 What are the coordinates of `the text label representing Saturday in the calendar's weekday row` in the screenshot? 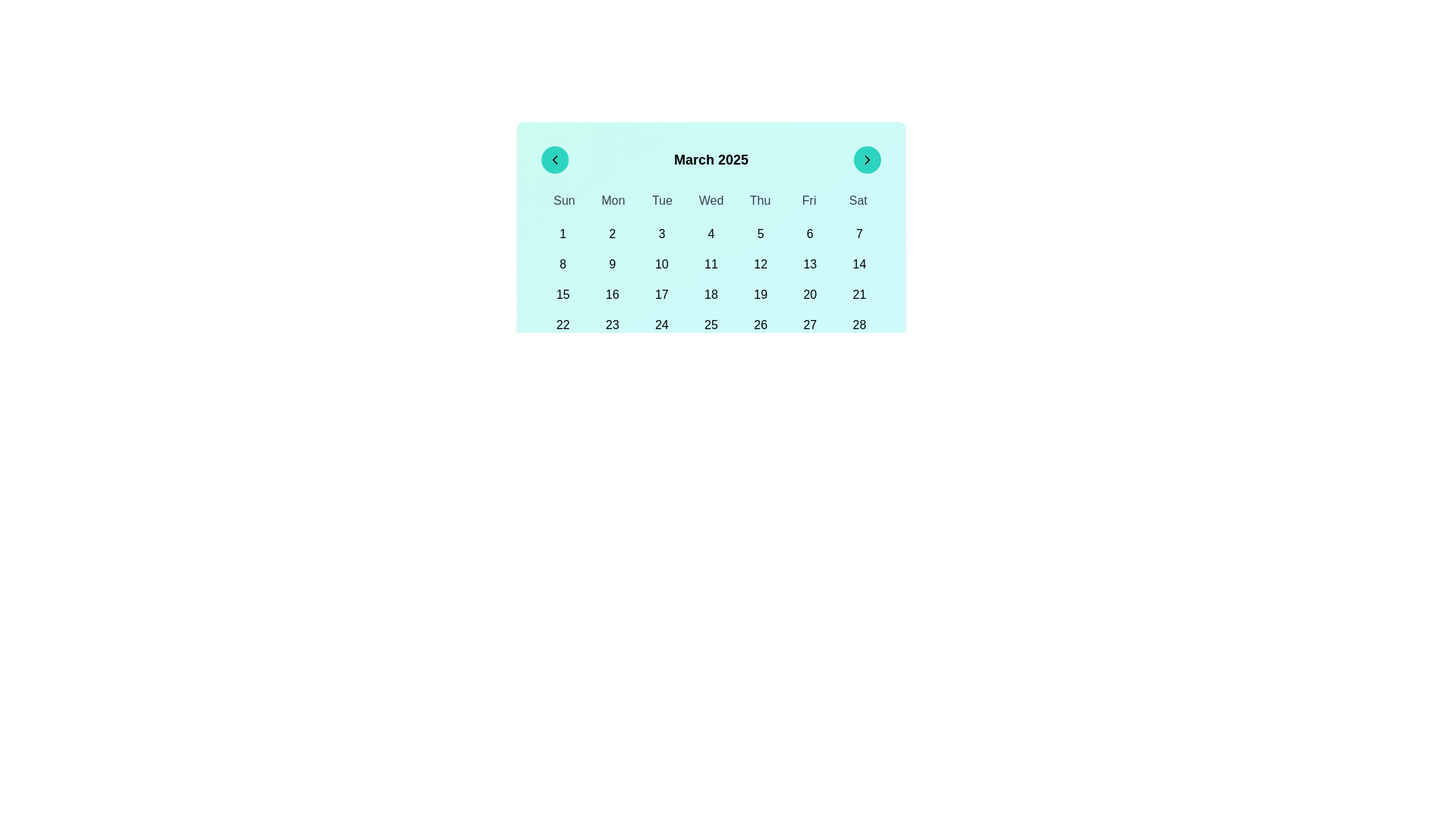 It's located at (858, 200).